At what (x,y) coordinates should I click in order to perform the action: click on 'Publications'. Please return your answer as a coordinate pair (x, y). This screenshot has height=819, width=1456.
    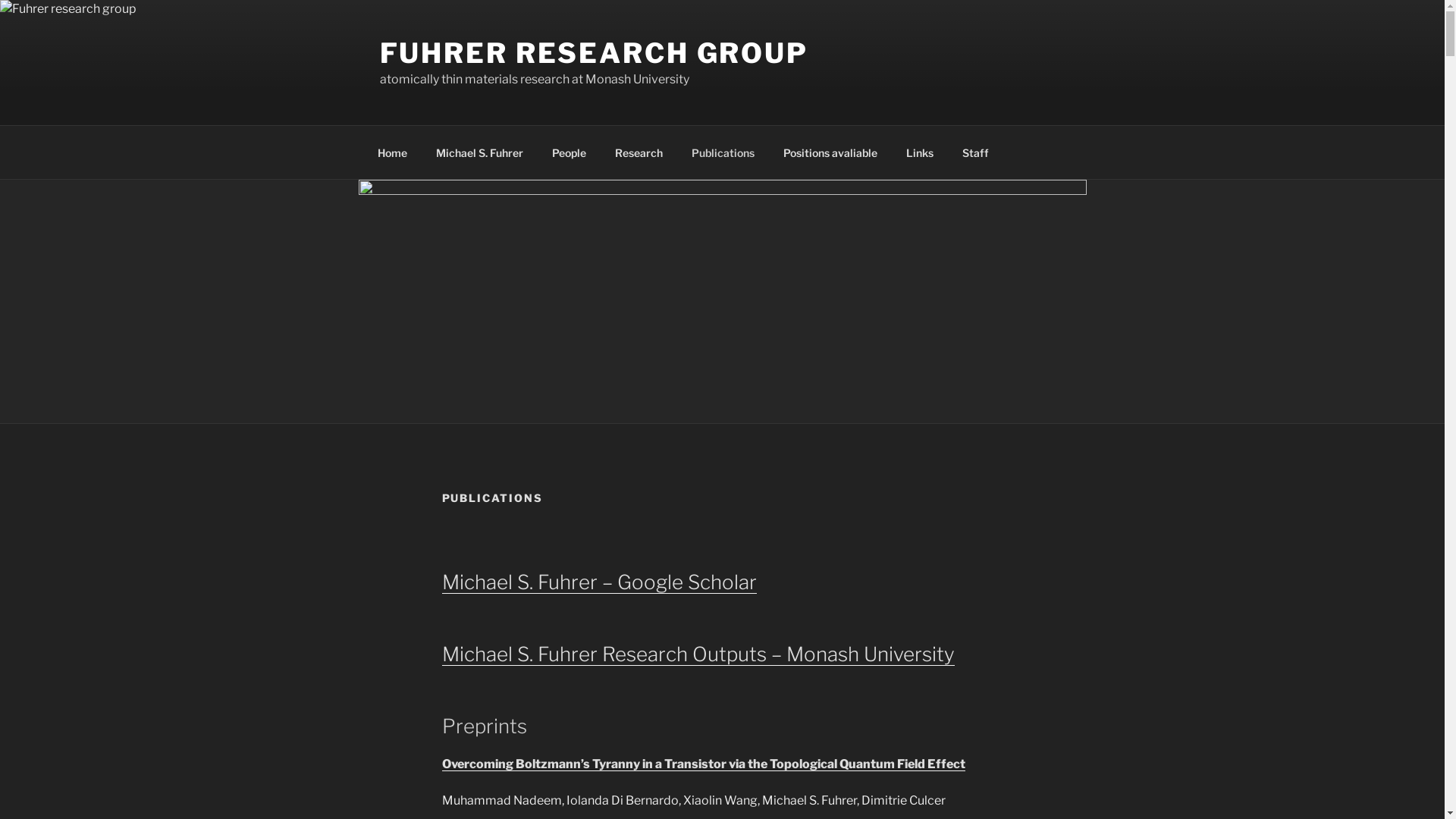
    Looking at the image, I should click on (722, 152).